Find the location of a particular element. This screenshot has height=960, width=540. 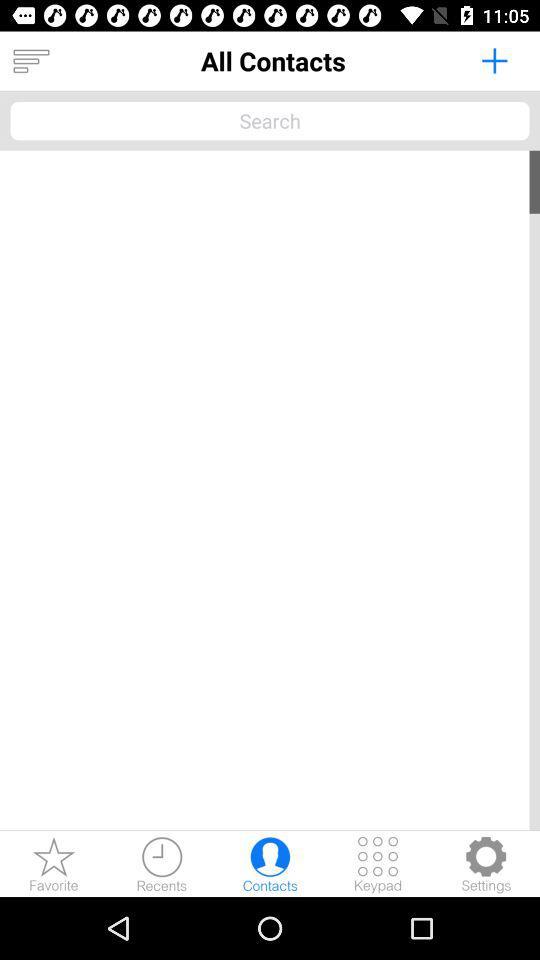

the dialpad icon is located at coordinates (378, 863).